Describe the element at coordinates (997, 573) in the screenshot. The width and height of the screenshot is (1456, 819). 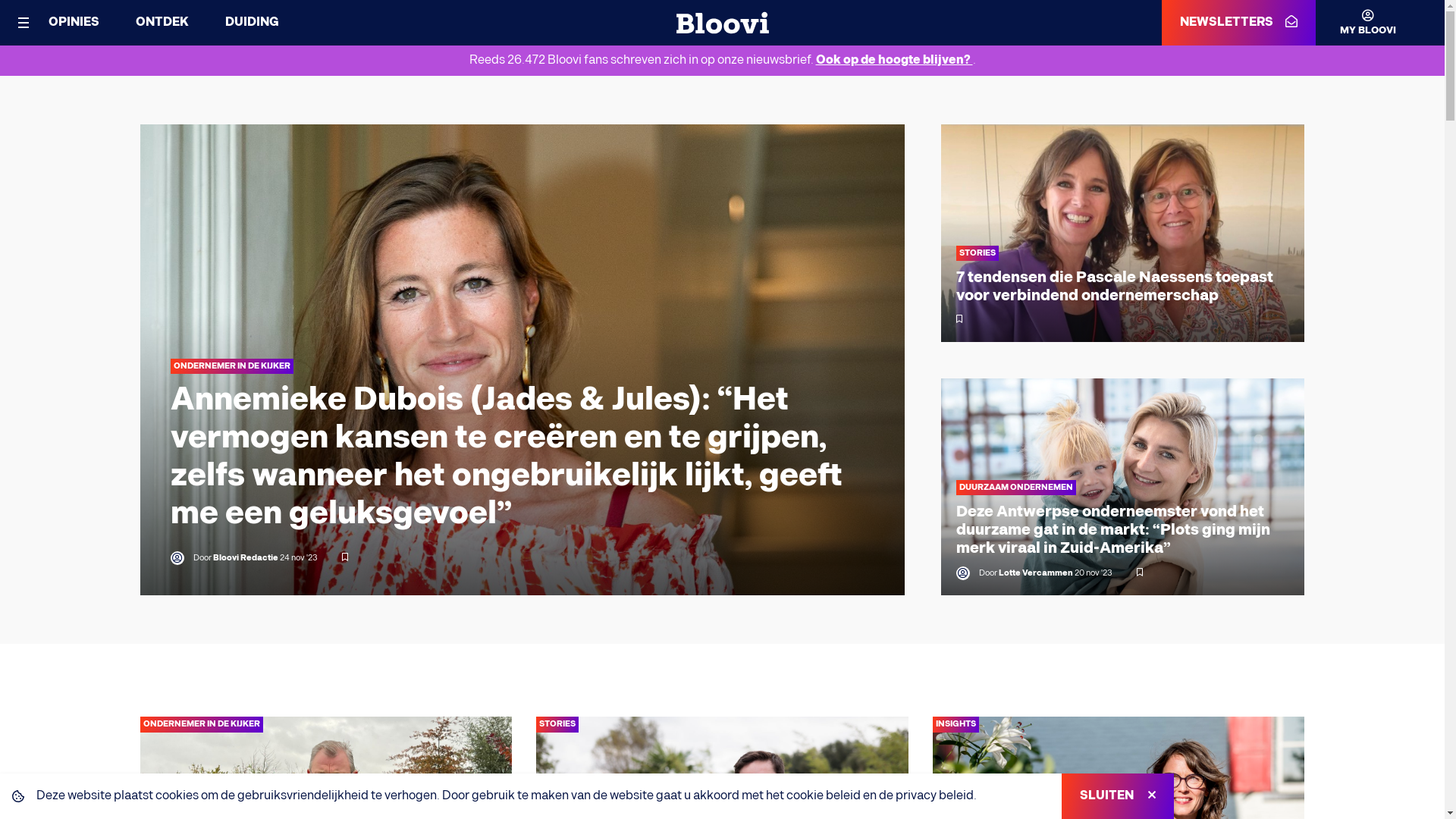
I see `'Lotte Vercammen'` at that location.